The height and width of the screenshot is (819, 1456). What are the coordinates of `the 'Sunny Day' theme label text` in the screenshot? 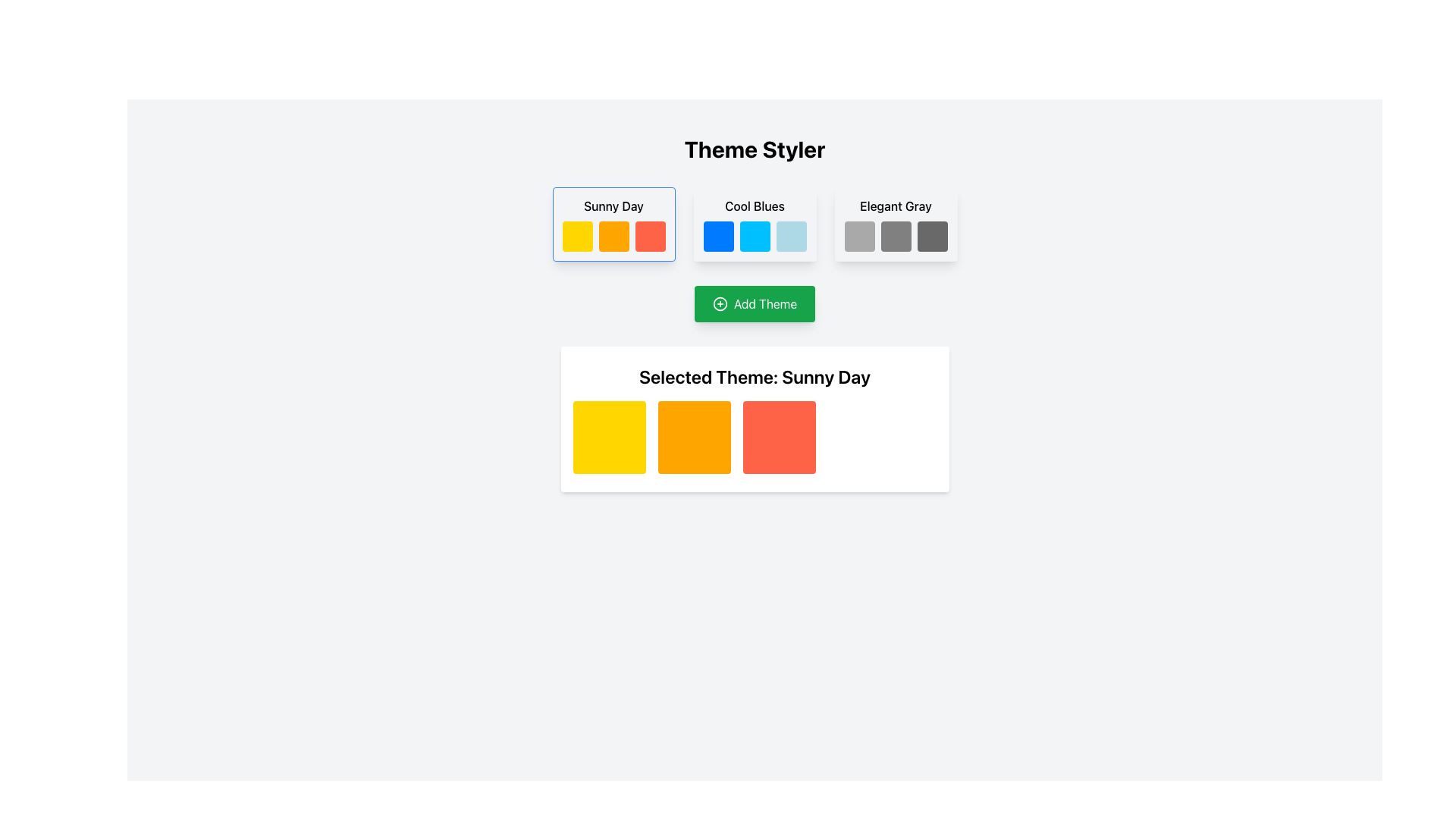 It's located at (613, 206).